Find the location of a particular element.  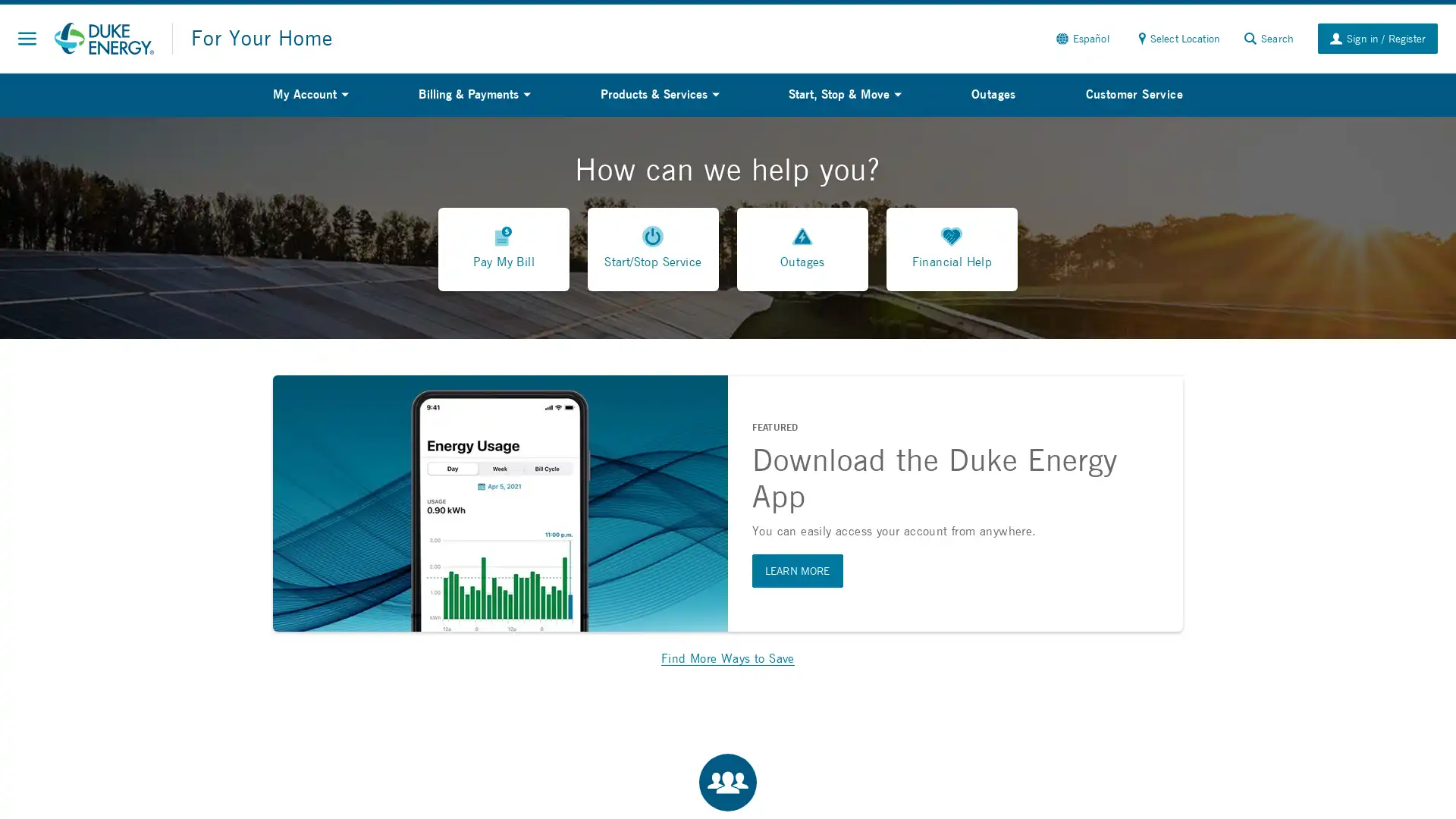

Espanol is located at coordinates (1081, 37).